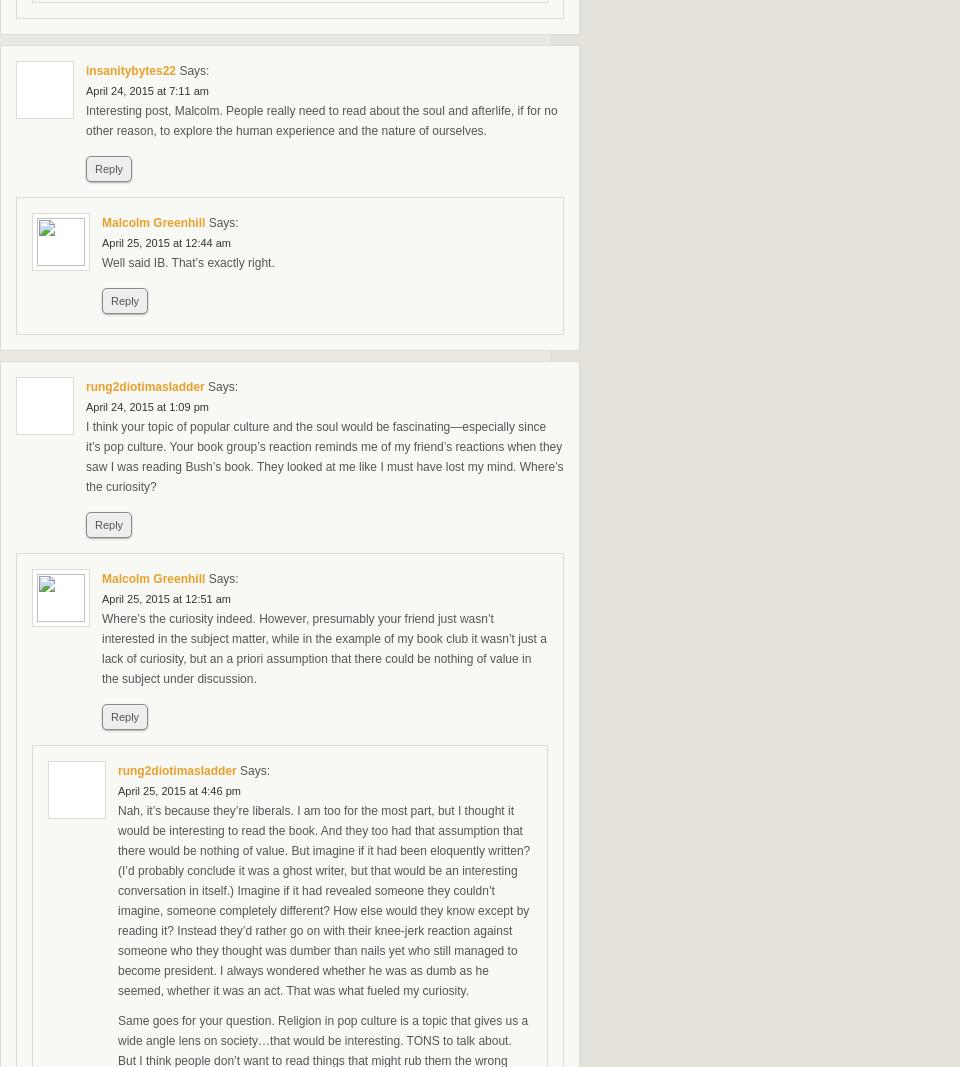 The width and height of the screenshot is (960, 1067). Describe the element at coordinates (165, 599) in the screenshot. I see `'April 25, 2015 at 12:51 am'` at that location.